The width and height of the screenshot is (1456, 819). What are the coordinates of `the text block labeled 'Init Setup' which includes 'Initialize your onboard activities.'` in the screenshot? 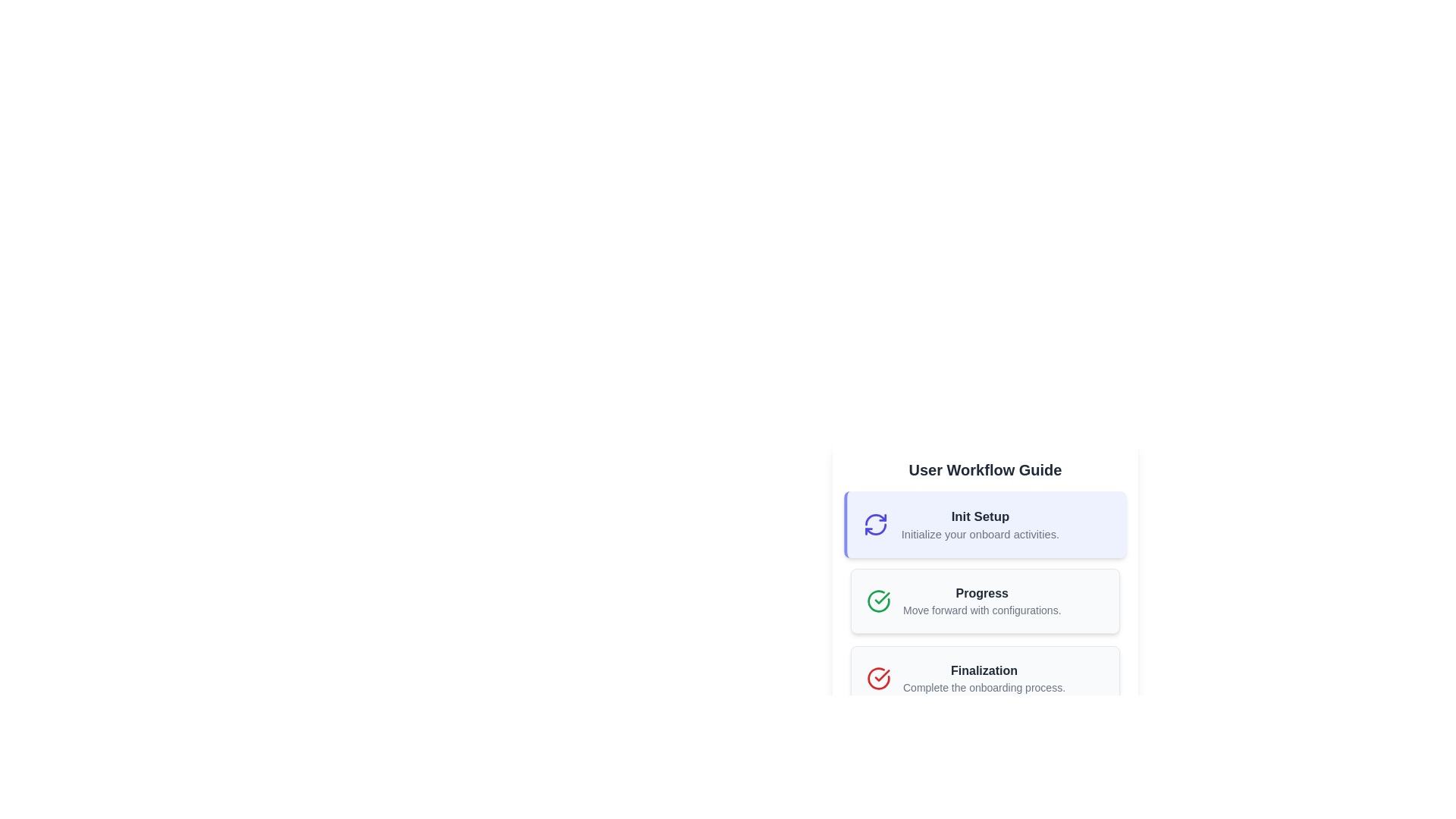 It's located at (980, 523).